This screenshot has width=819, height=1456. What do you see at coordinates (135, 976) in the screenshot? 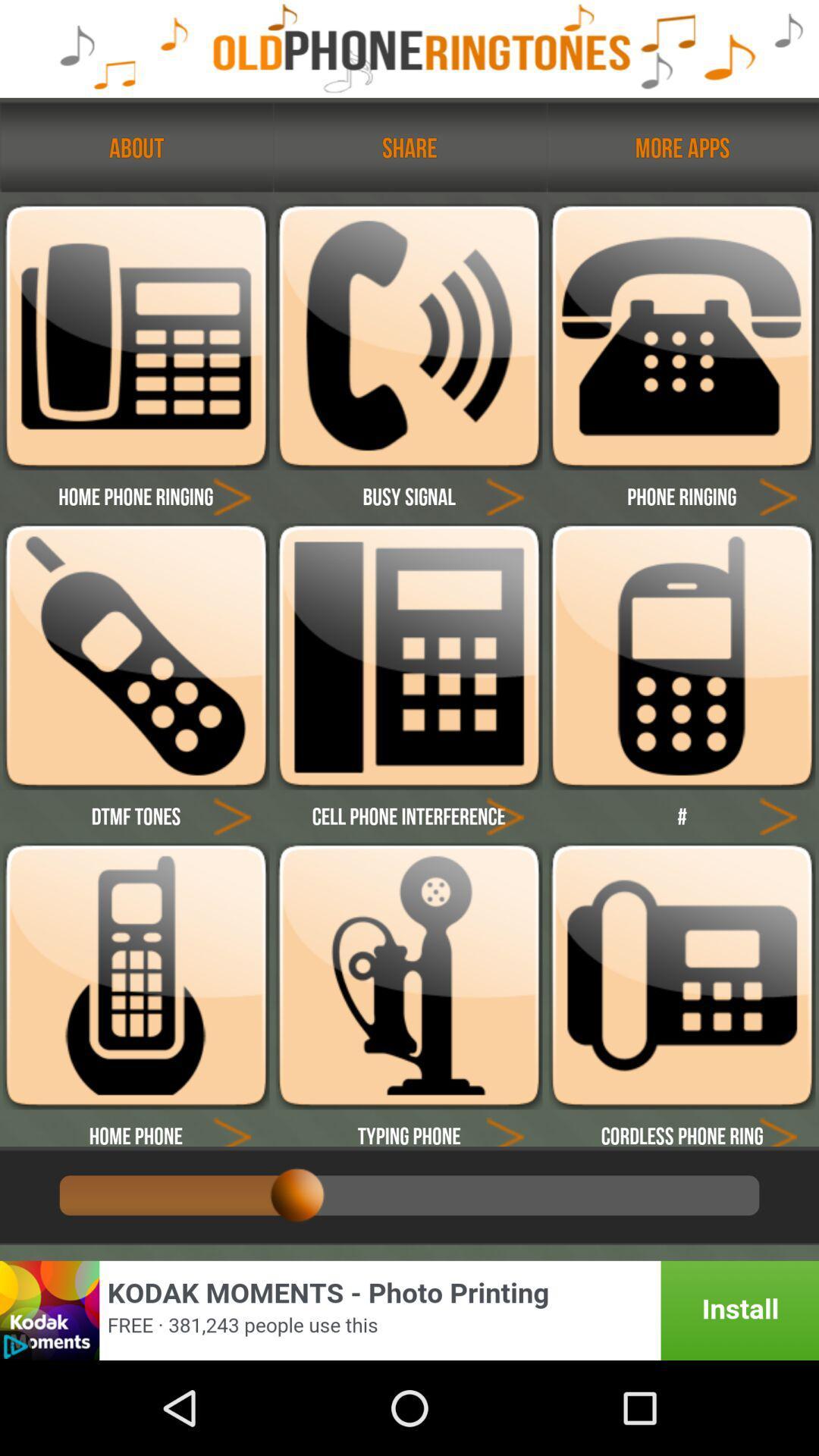
I see `open home phone options` at bounding box center [135, 976].